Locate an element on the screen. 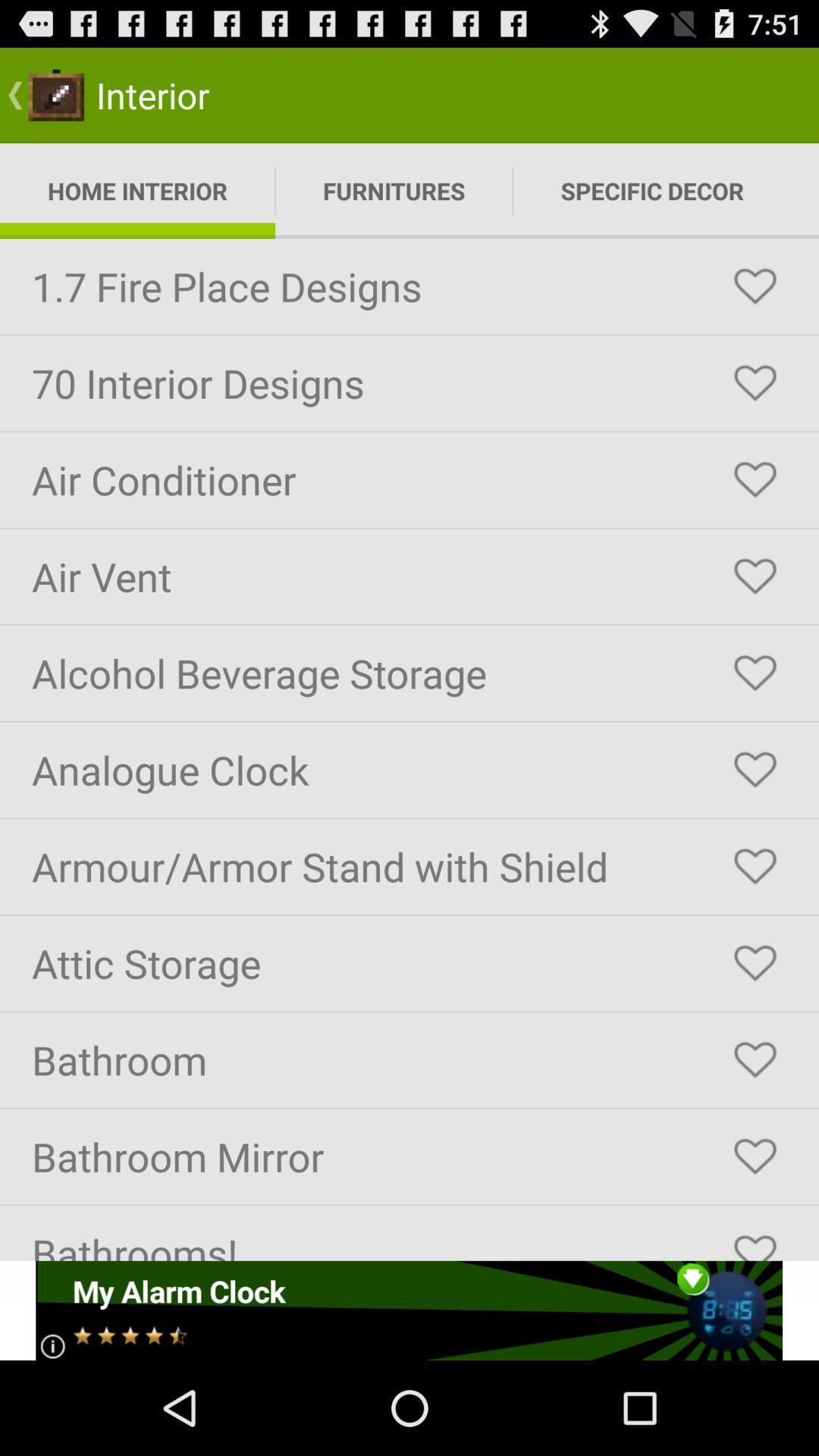 The height and width of the screenshot is (1456, 819). this item is located at coordinates (755, 770).